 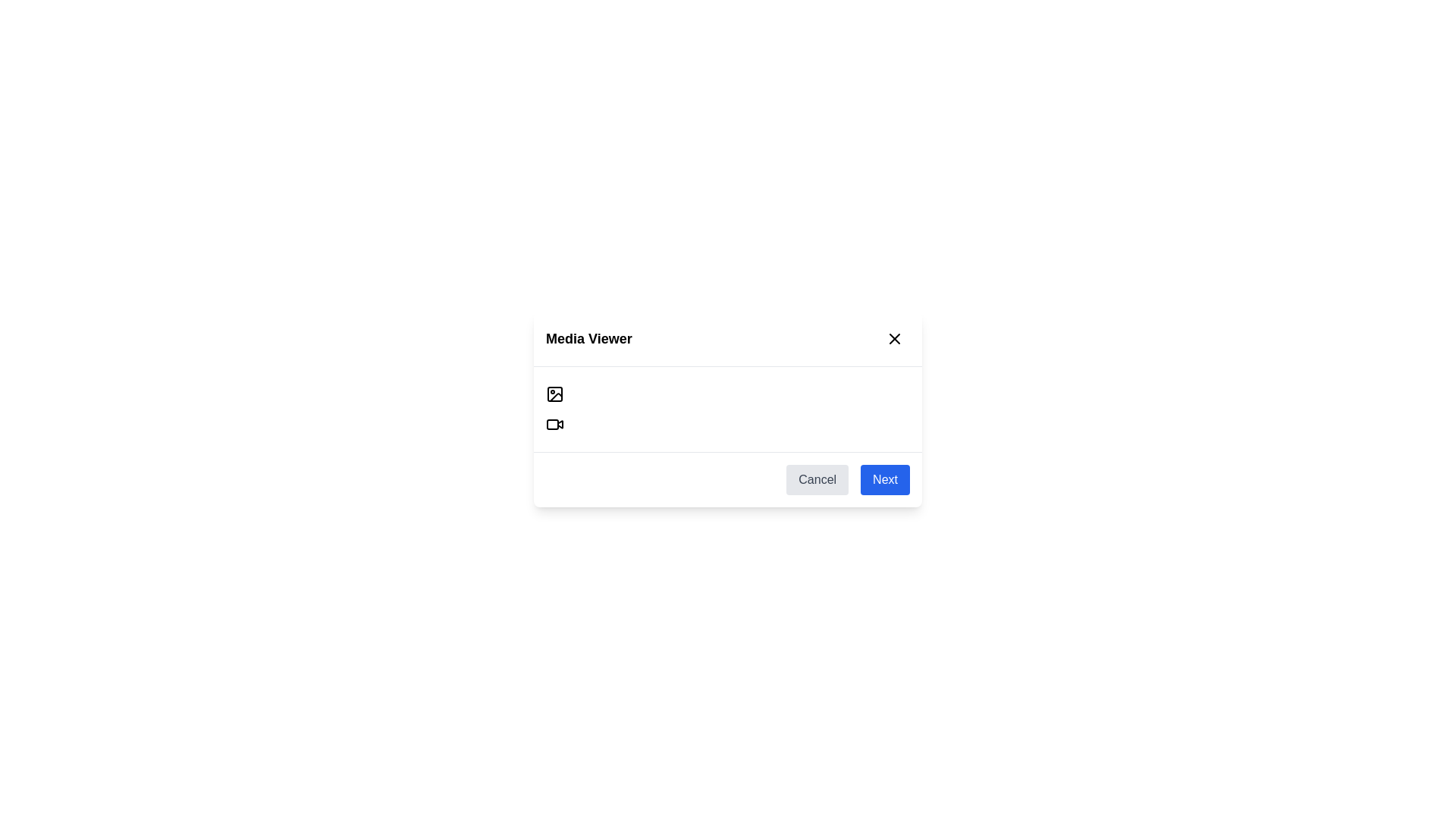 I want to click on the bold, black text label reading 'Media Viewer' located at the top left section of the modal for copying, so click(x=588, y=338).